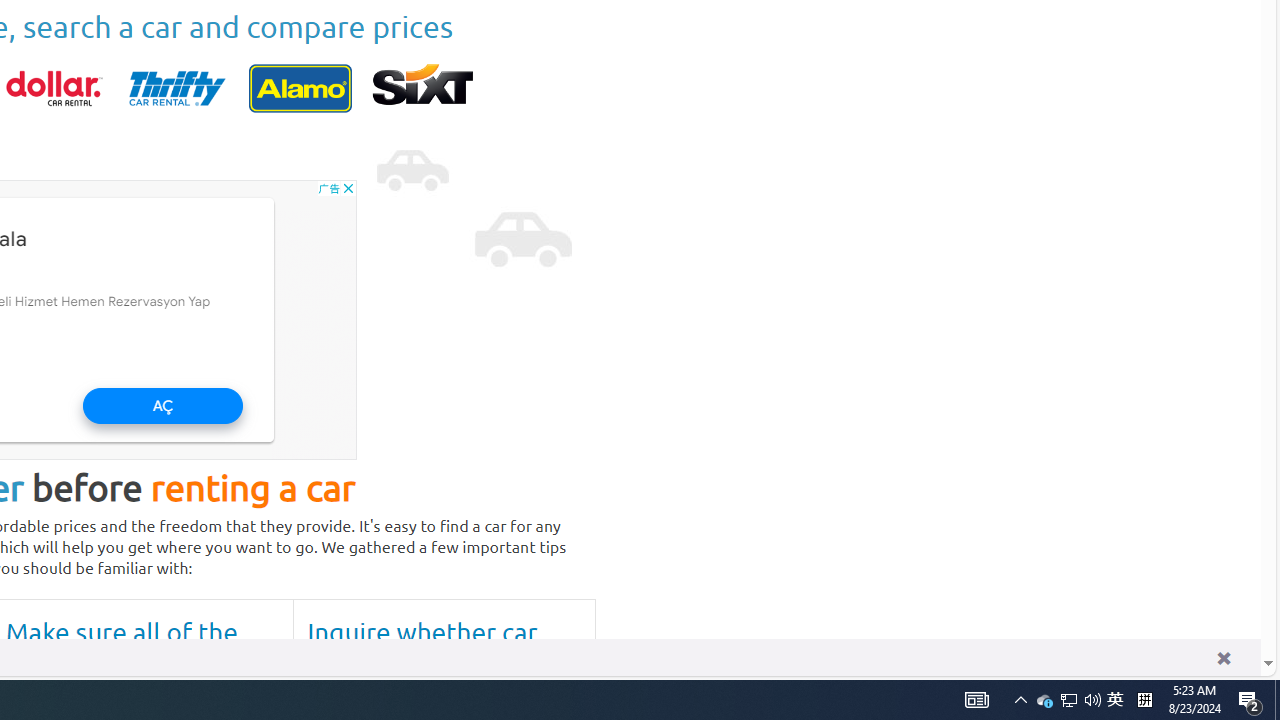 This screenshot has width=1280, height=720. Describe the element at coordinates (299, 87) in the screenshot. I see `'alamo'` at that location.